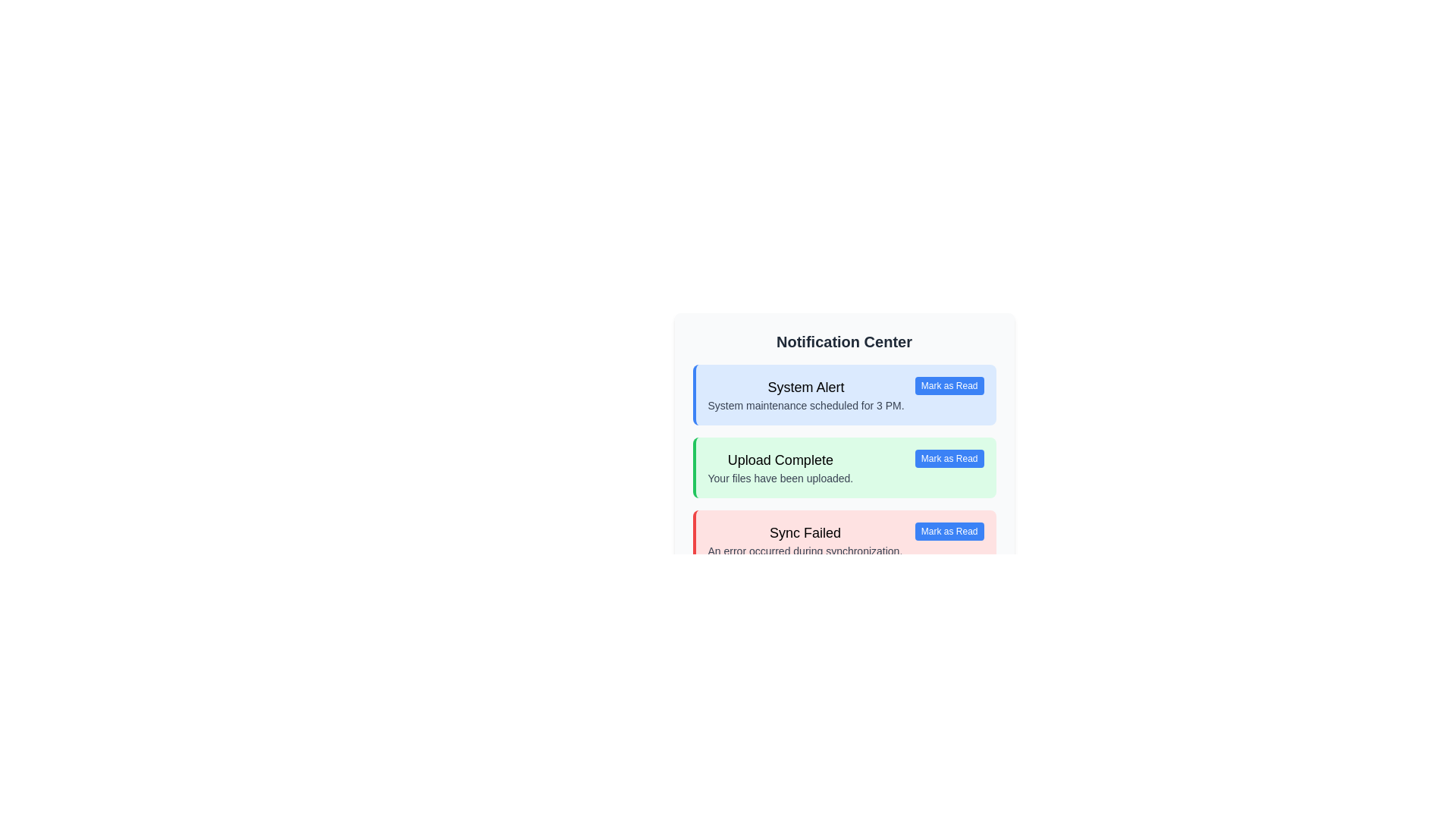 The height and width of the screenshot is (819, 1456). I want to click on the Notification message component that informs the user about a synchronization failure, located at the bottom of the list in the Notification Center UI, so click(804, 540).